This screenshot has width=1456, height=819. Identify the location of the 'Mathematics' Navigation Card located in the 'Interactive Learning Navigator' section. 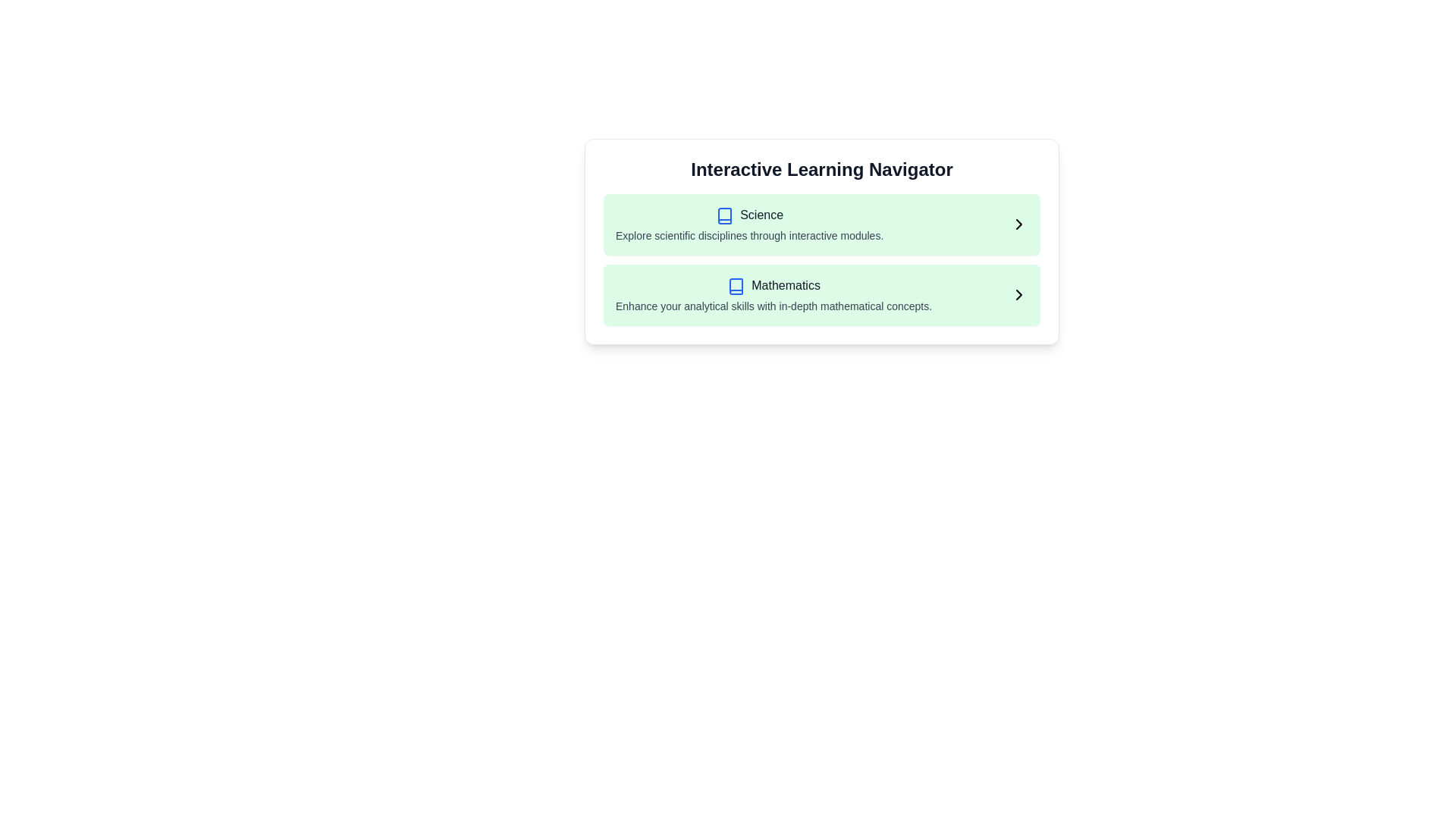
(821, 295).